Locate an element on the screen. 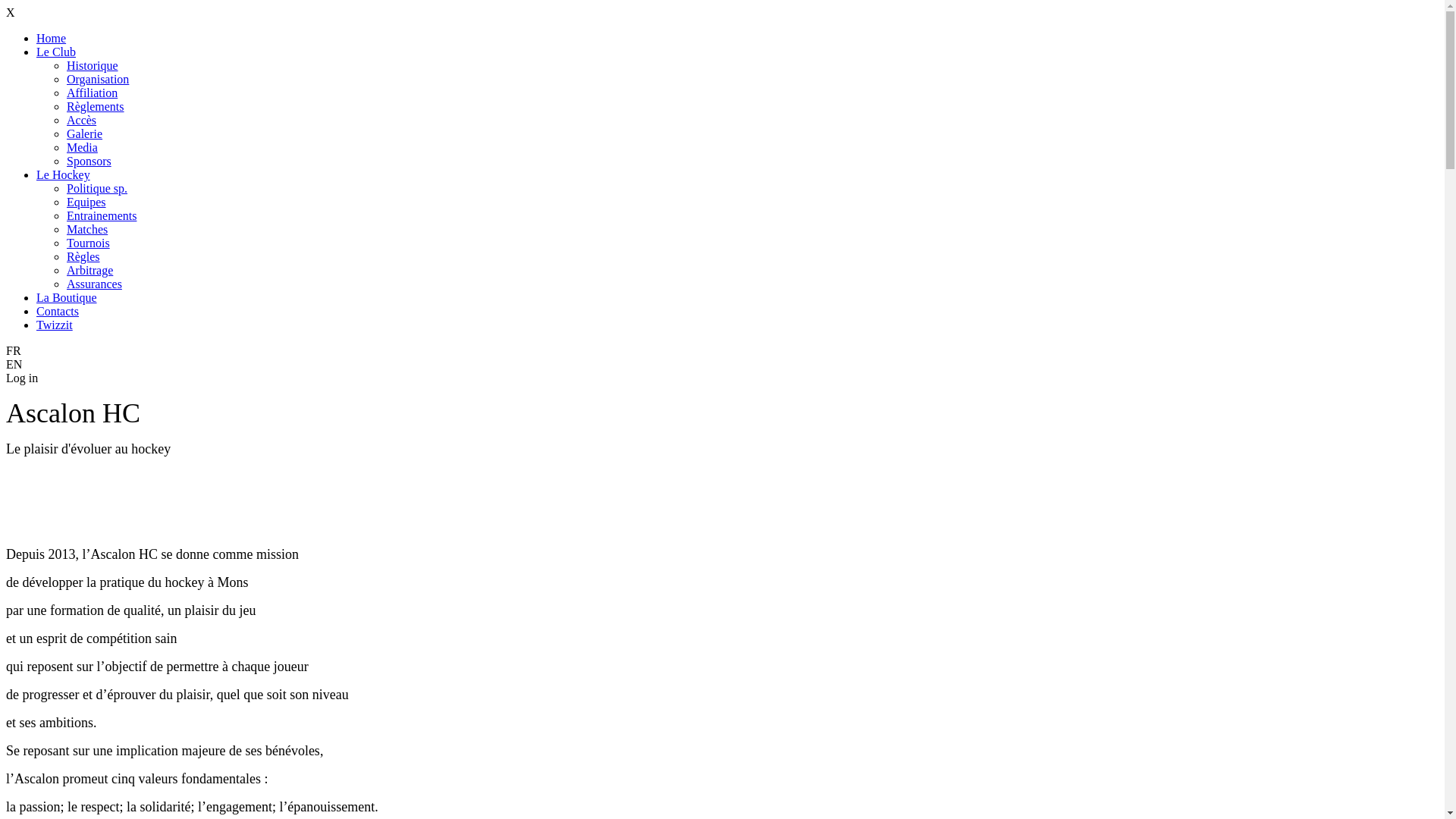 The image size is (1456, 819). 'Arbitrage' is located at coordinates (89, 269).